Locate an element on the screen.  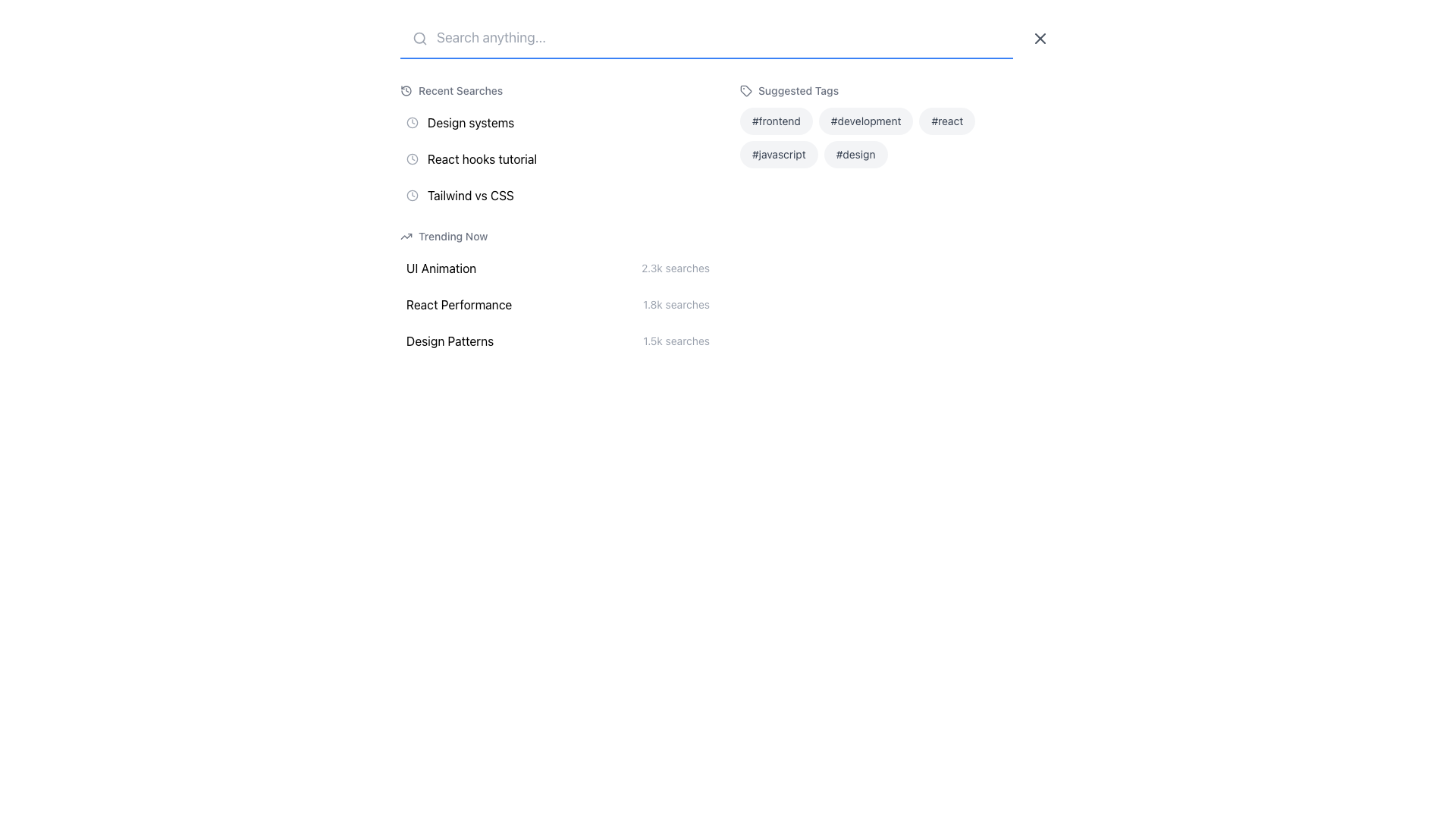
the textual label displaying '1.5k searches', which is styled with gray text and positioned beside the 'Design Patterns' label in the lower-right portion of the 'Trending Now' section is located at coordinates (676, 341).